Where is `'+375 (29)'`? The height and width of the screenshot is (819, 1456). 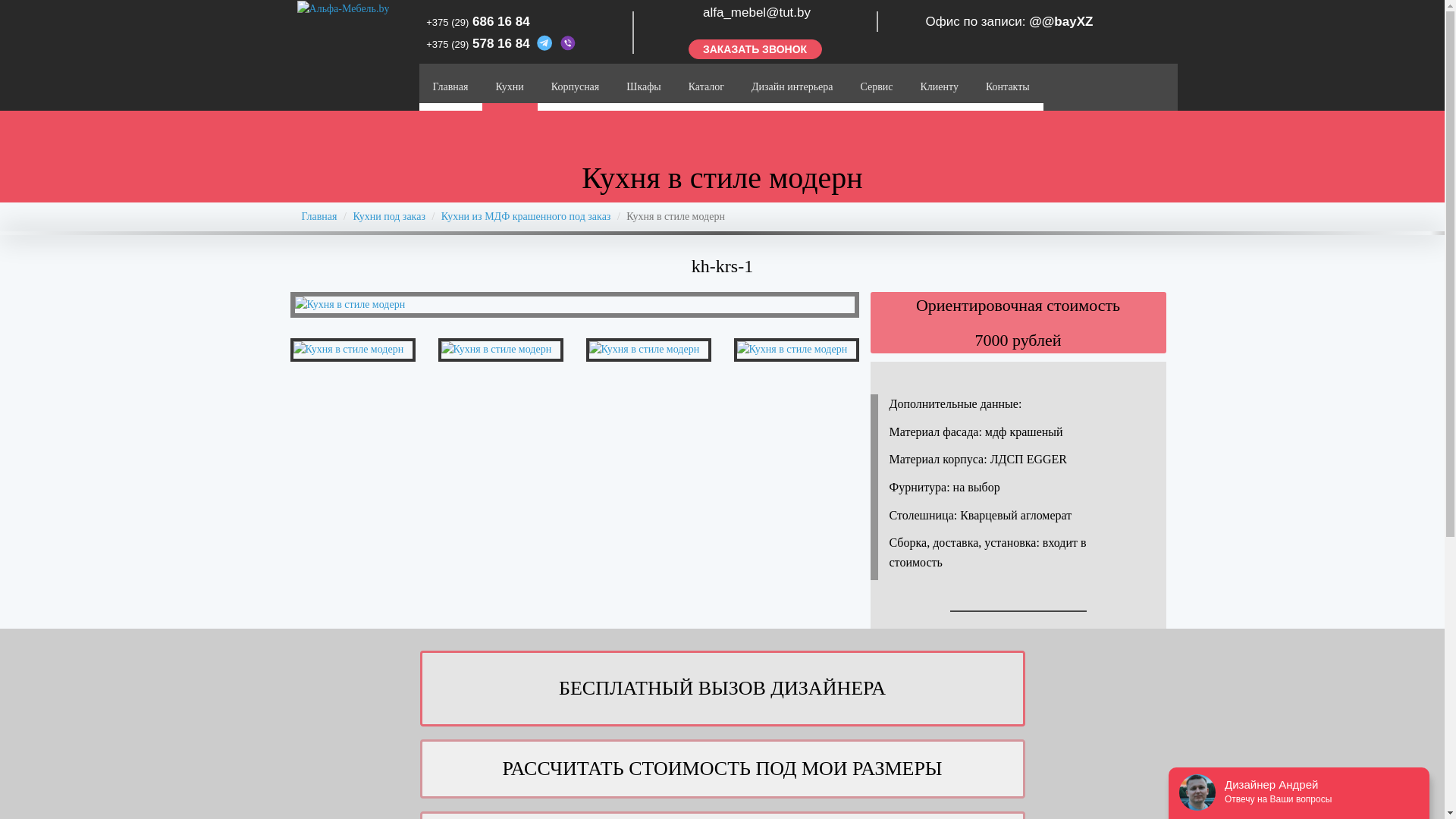 '+375 (29)' is located at coordinates (447, 22).